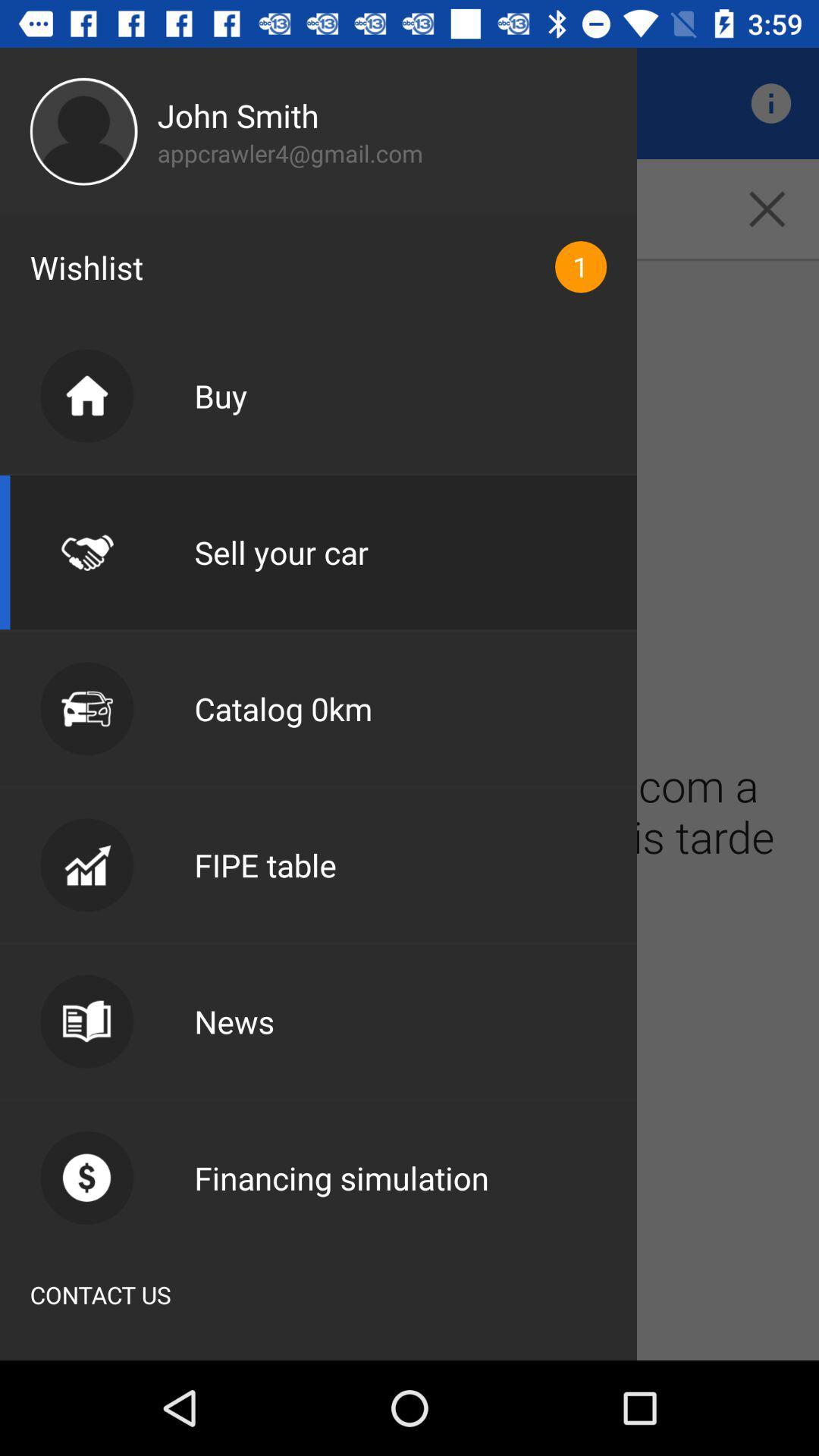  Describe the element at coordinates (767, 208) in the screenshot. I see `the close icon` at that location.